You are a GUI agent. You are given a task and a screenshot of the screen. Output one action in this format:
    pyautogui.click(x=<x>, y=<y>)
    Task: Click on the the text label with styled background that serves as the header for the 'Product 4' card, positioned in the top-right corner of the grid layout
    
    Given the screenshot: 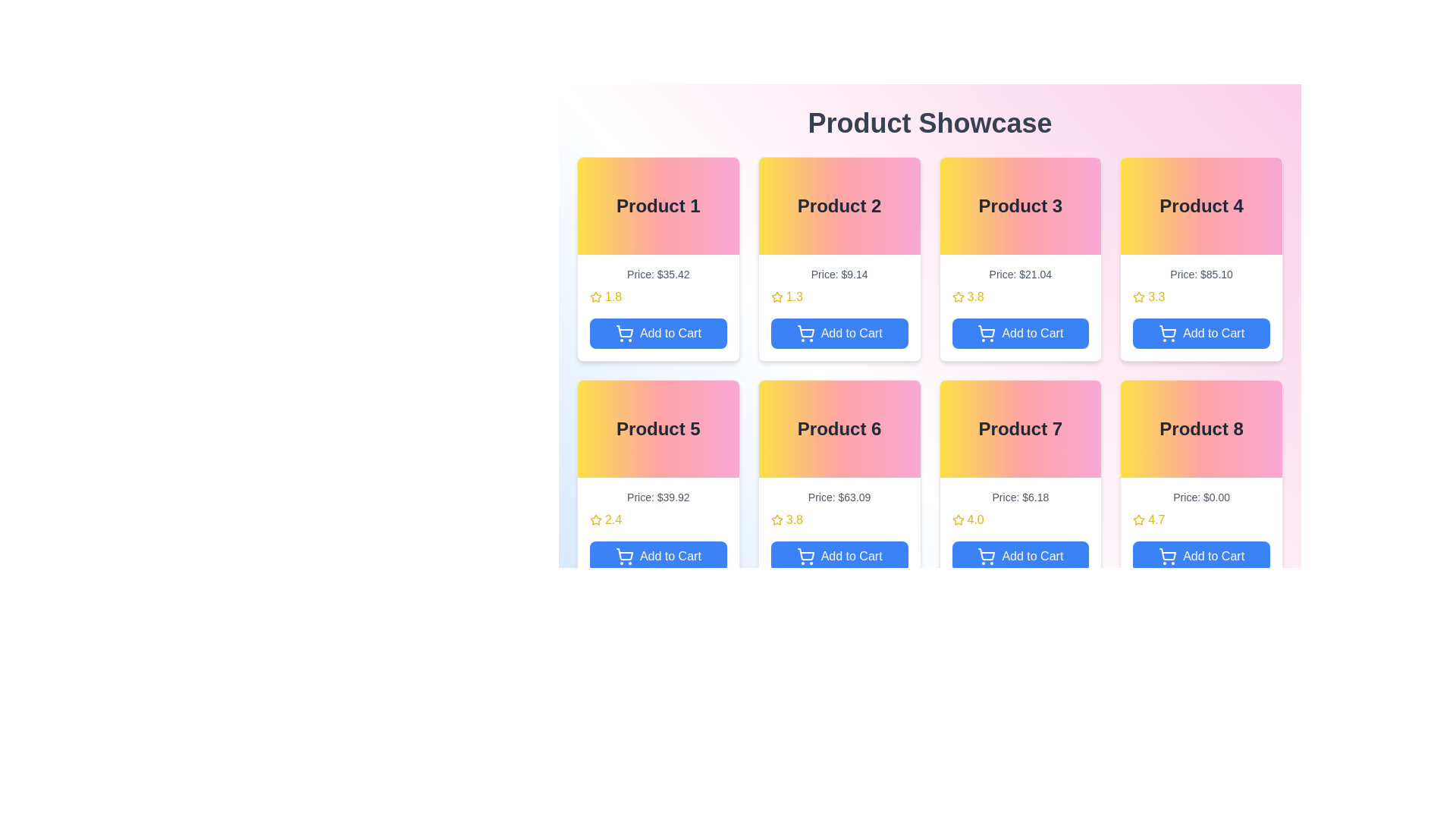 What is the action you would take?
    pyautogui.click(x=1200, y=206)
    